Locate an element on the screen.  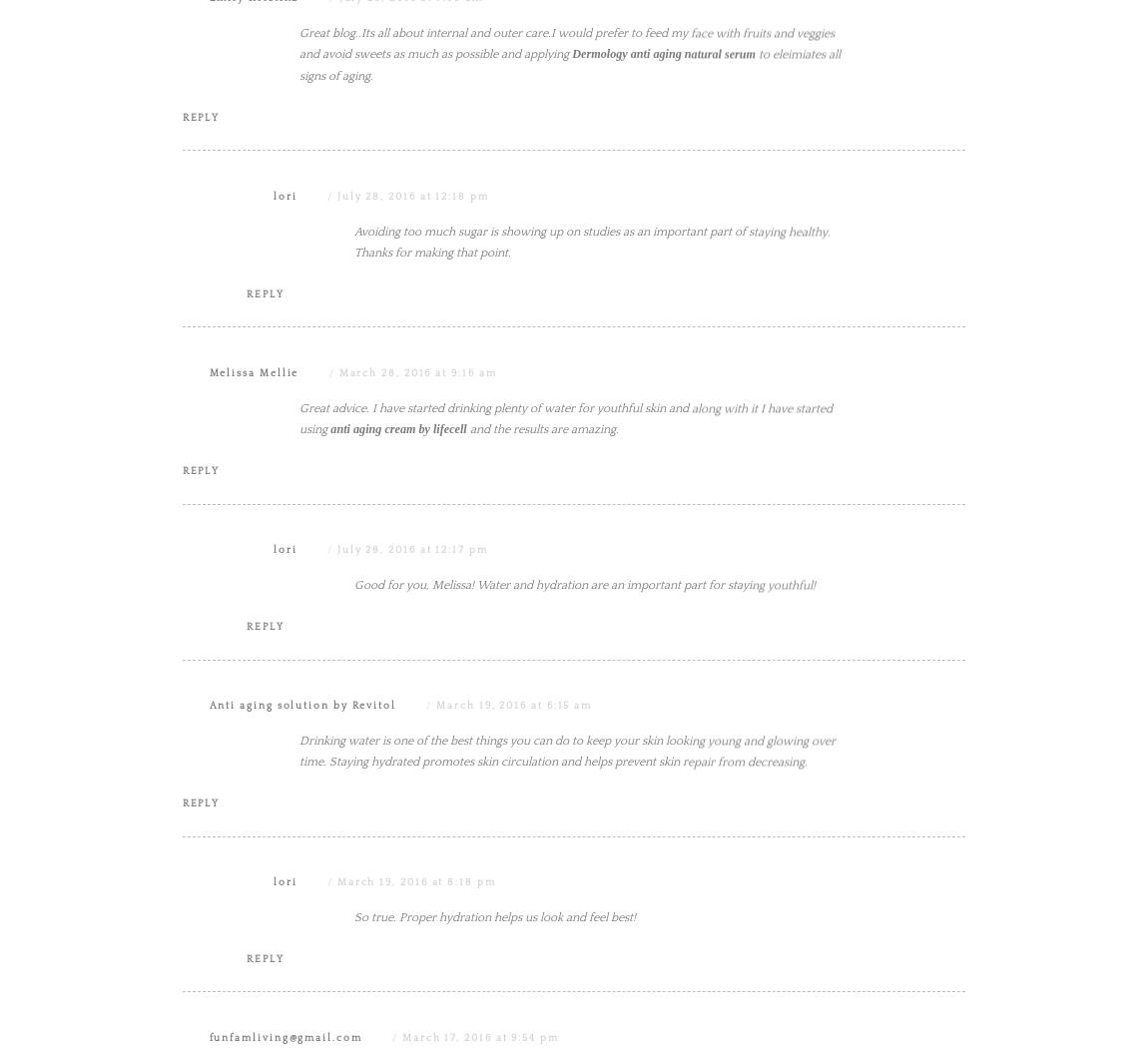
'Emily Kristina' is located at coordinates (253, 197).